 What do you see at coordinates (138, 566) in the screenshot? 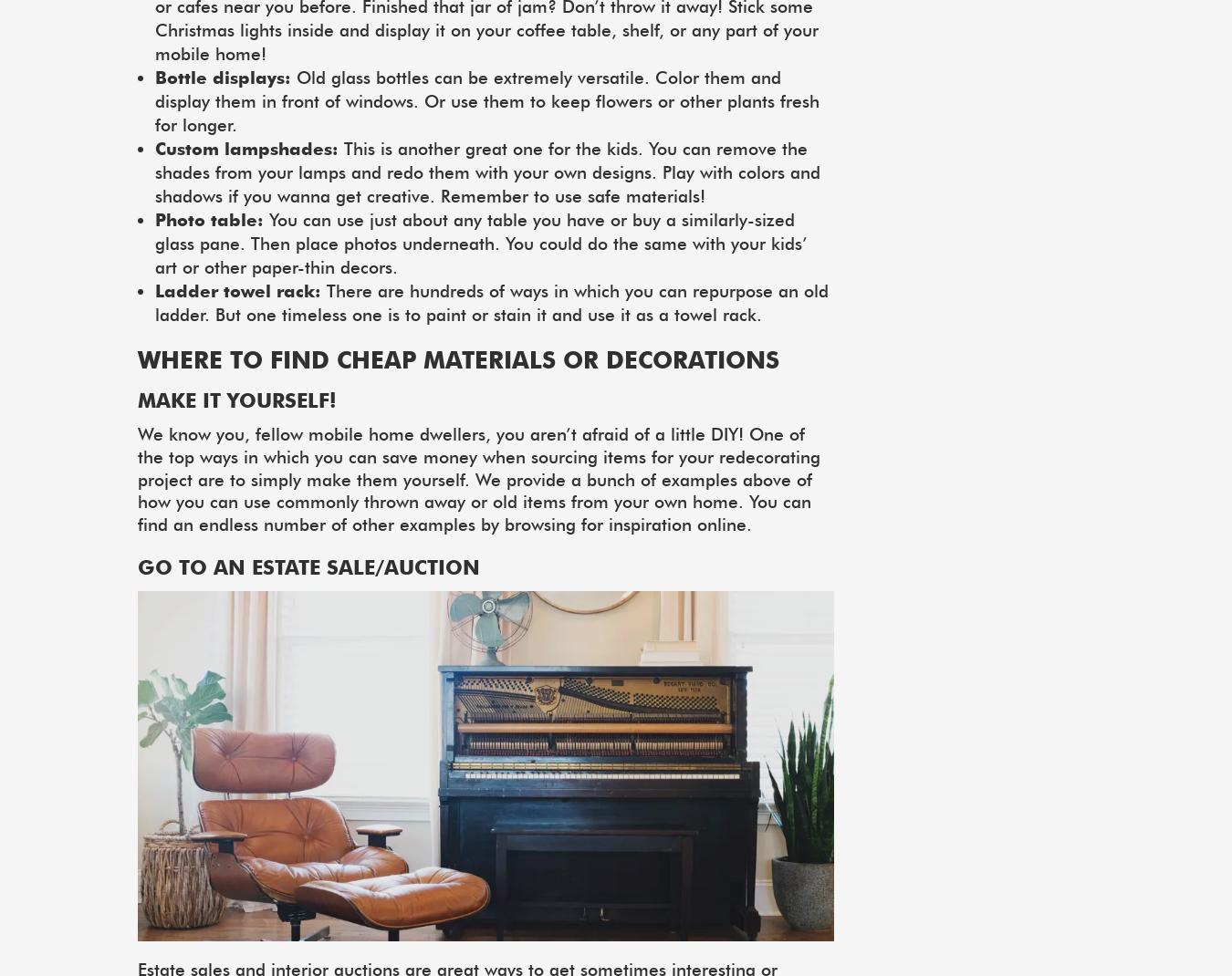
I see `'Go to an estate sale/auction'` at bounding box center [138, 566].